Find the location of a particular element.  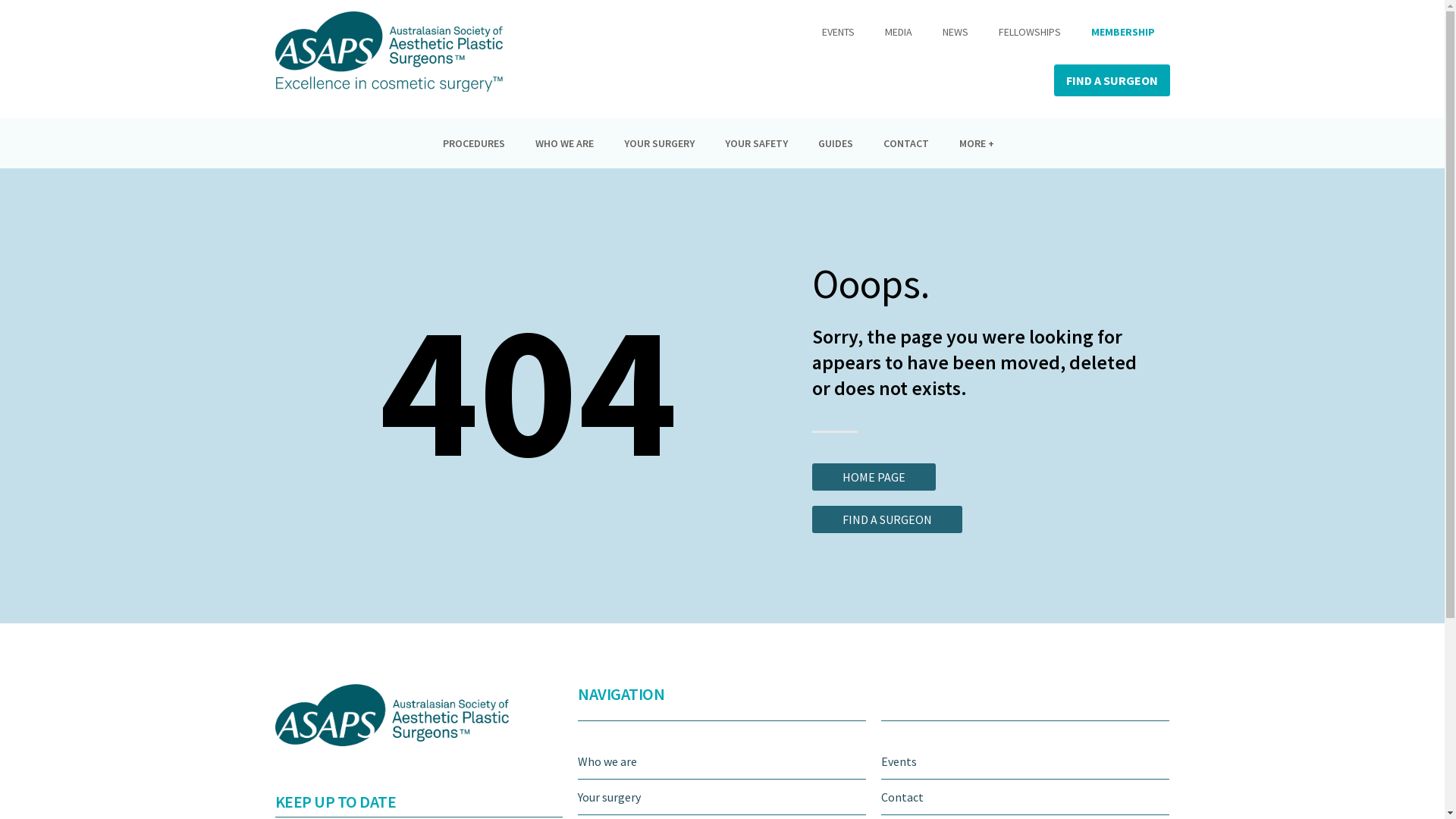

'NEWS' is located at coordinates (953, 32).